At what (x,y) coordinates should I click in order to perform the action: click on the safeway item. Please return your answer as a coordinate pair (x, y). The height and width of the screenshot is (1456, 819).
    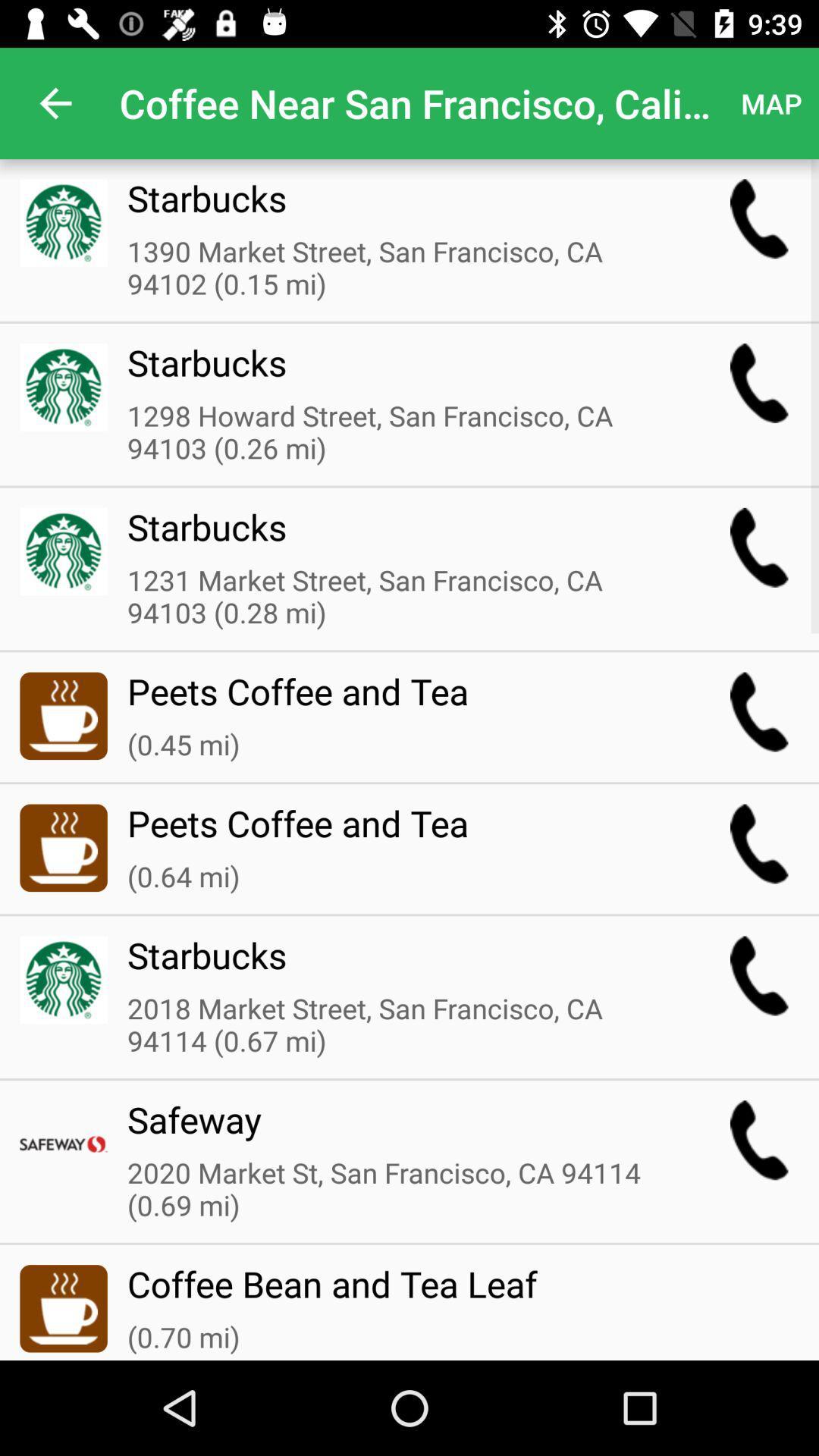
    Looking at the image, I should click on (397, 1129).